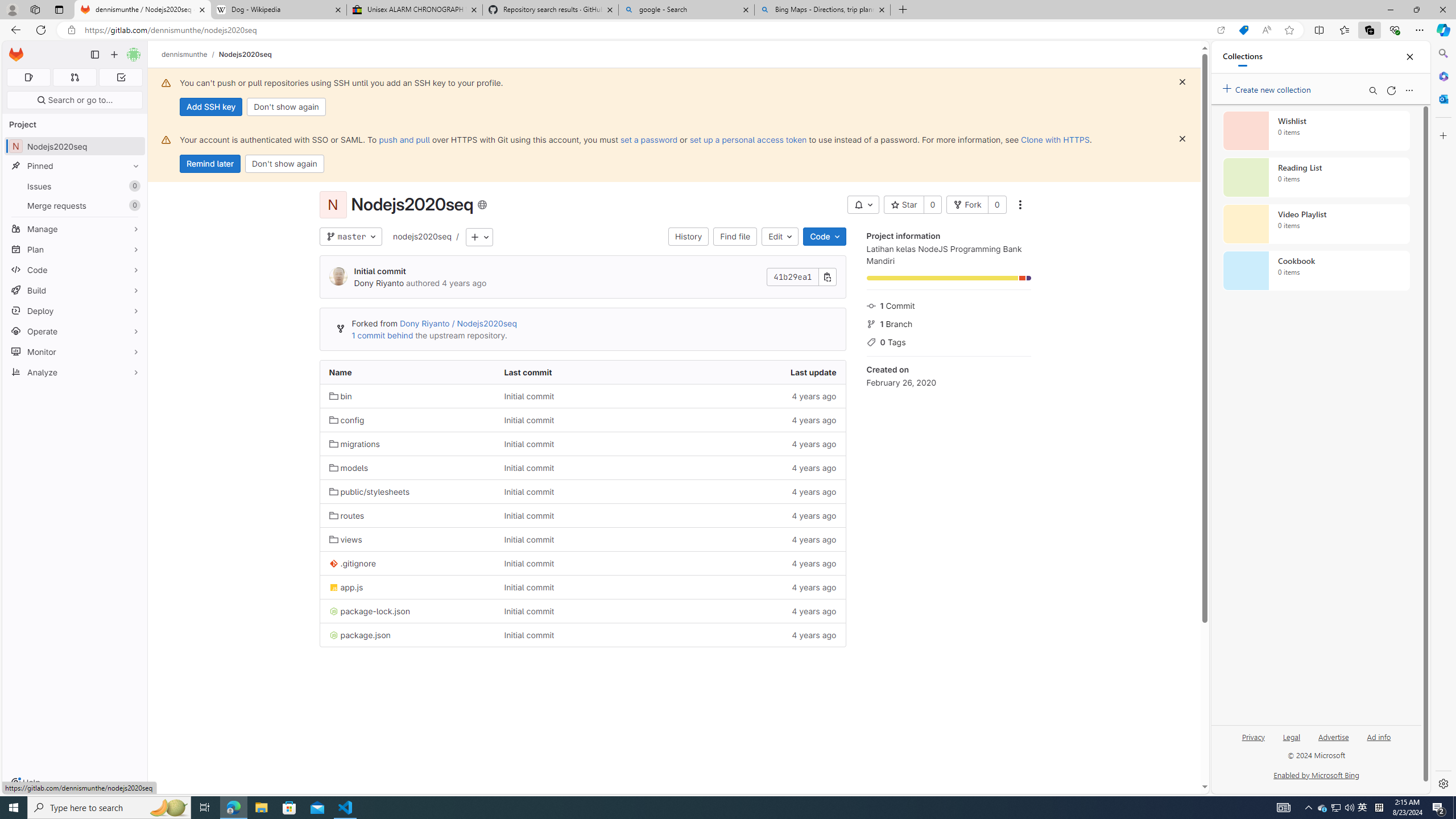  Describe the element at coordinates (1254, 736) in the screenshot. I see `'Privacy'` at that location.